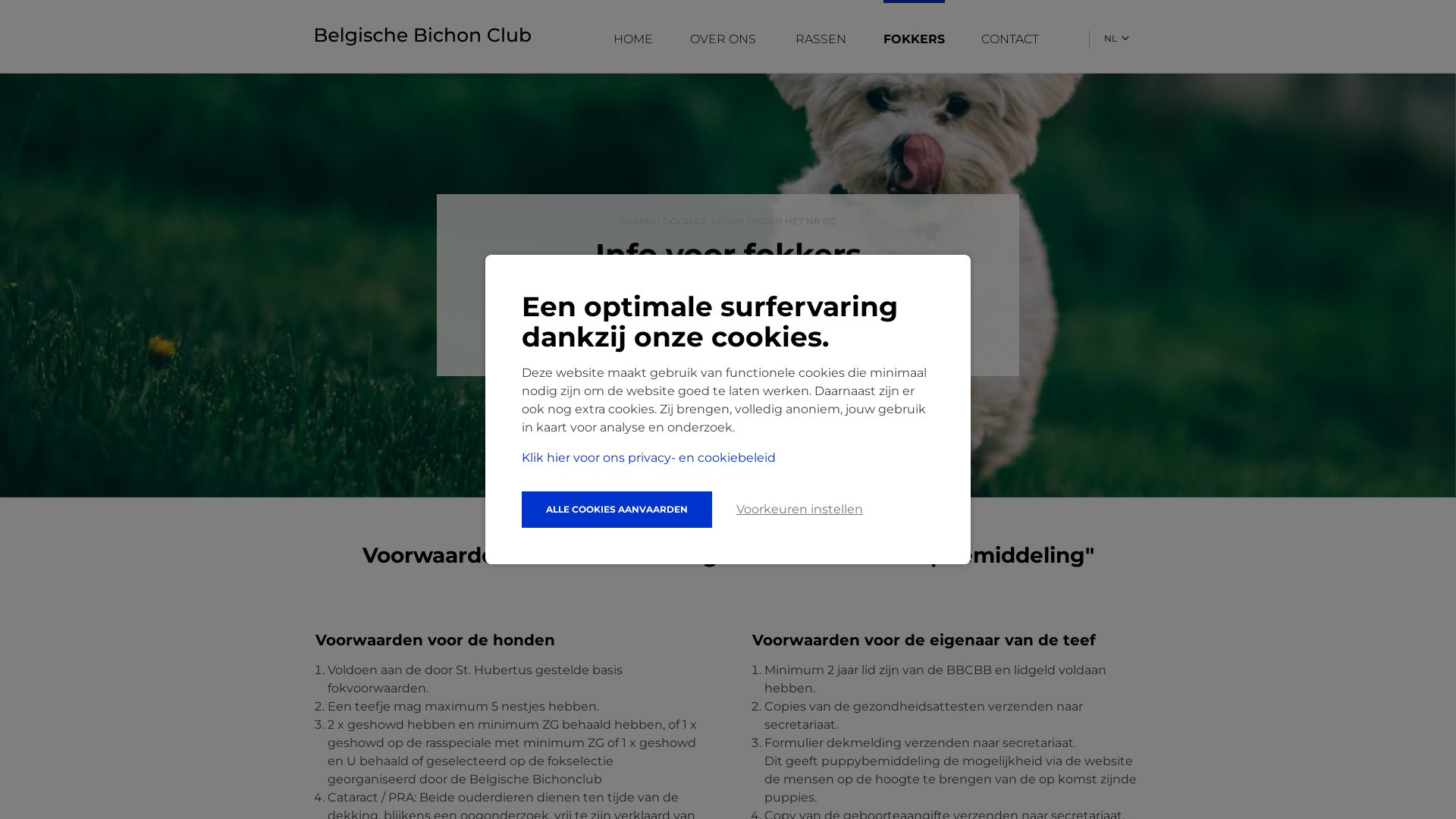  What do you see at coordinates (617, 509) in the screenshot?
I see `'ALLE COOKIES AANVAARDEN'` at bounding box center [617, 509].